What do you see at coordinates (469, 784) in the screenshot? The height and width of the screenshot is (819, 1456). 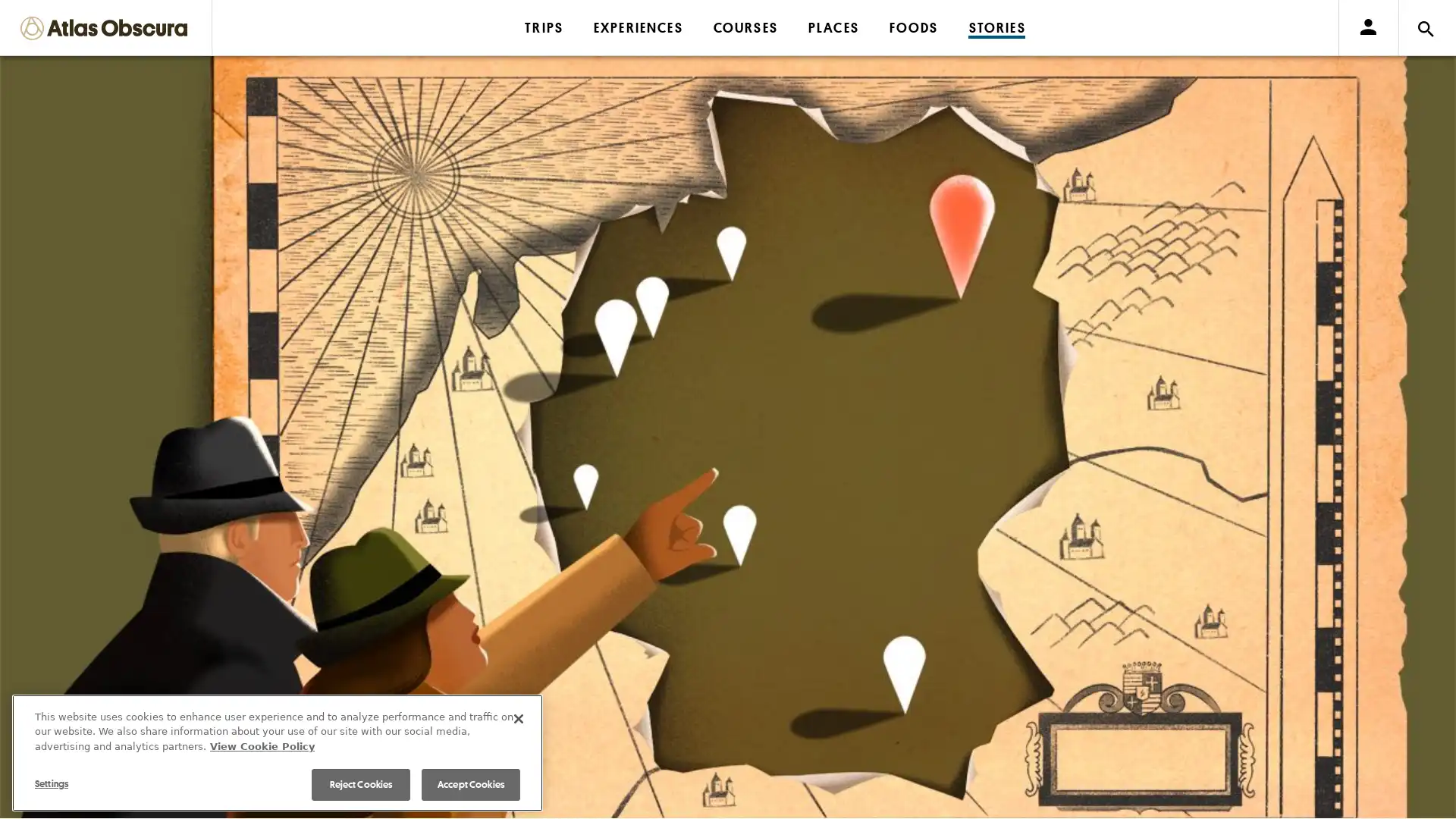 I see `Accept Cookies` at bounding box center [469, 784].